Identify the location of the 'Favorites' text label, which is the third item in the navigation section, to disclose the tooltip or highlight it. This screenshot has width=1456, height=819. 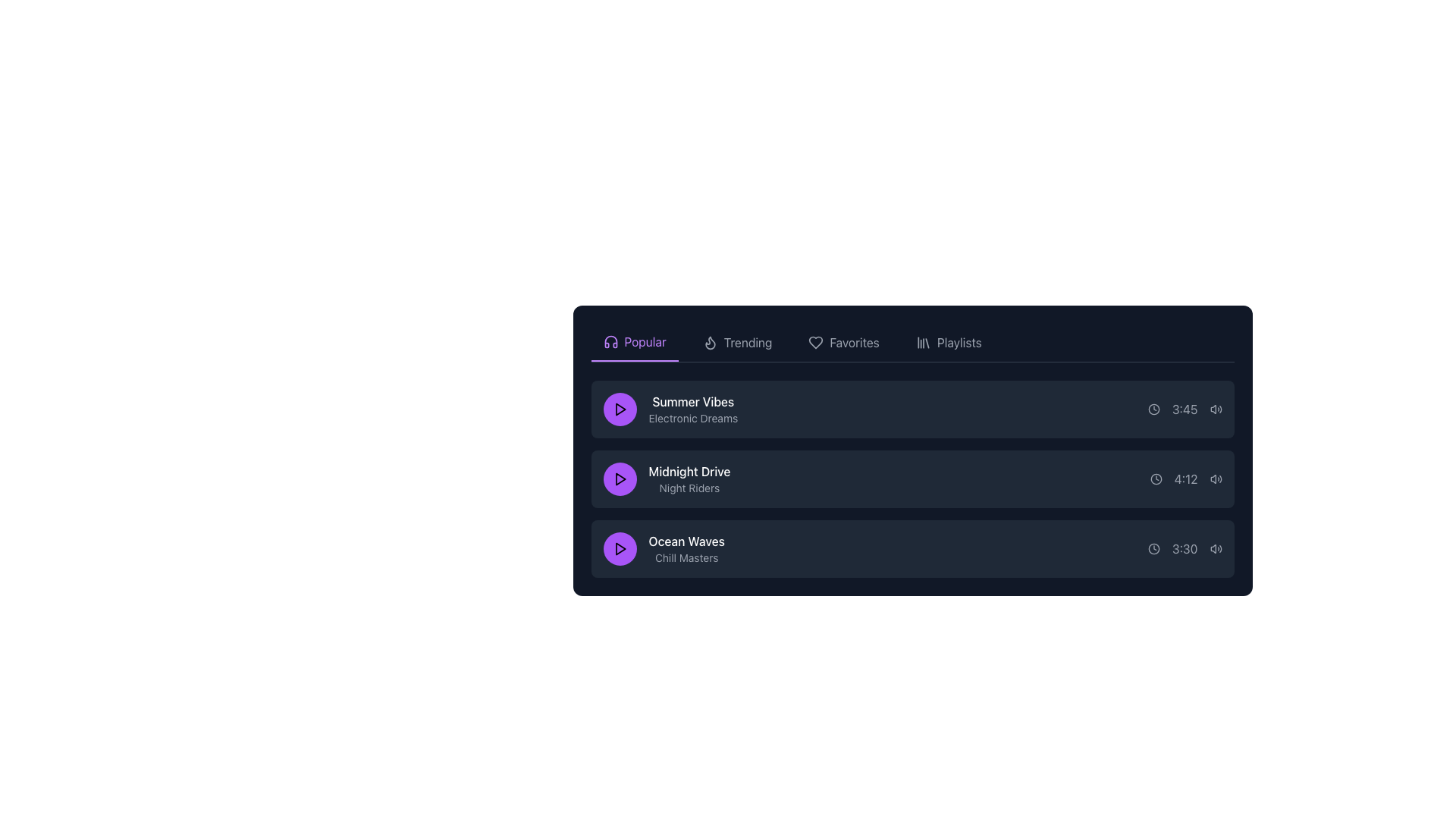
(855, 342).